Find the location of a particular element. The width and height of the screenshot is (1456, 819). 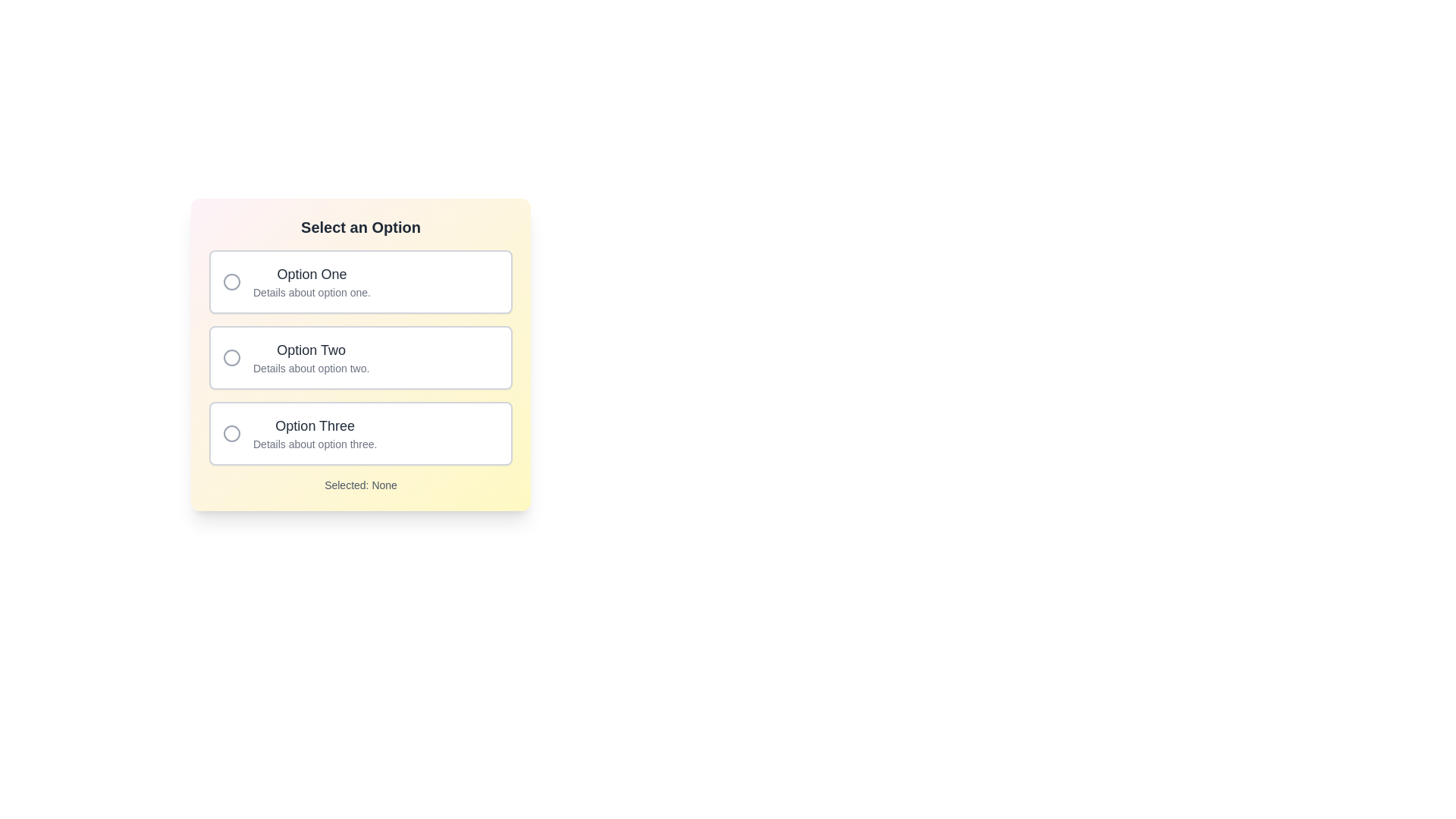

the text label that provides the title and description for the third selectable option in a stacked list of options to trigger additional visual effects is located at coordinates (314, 433).